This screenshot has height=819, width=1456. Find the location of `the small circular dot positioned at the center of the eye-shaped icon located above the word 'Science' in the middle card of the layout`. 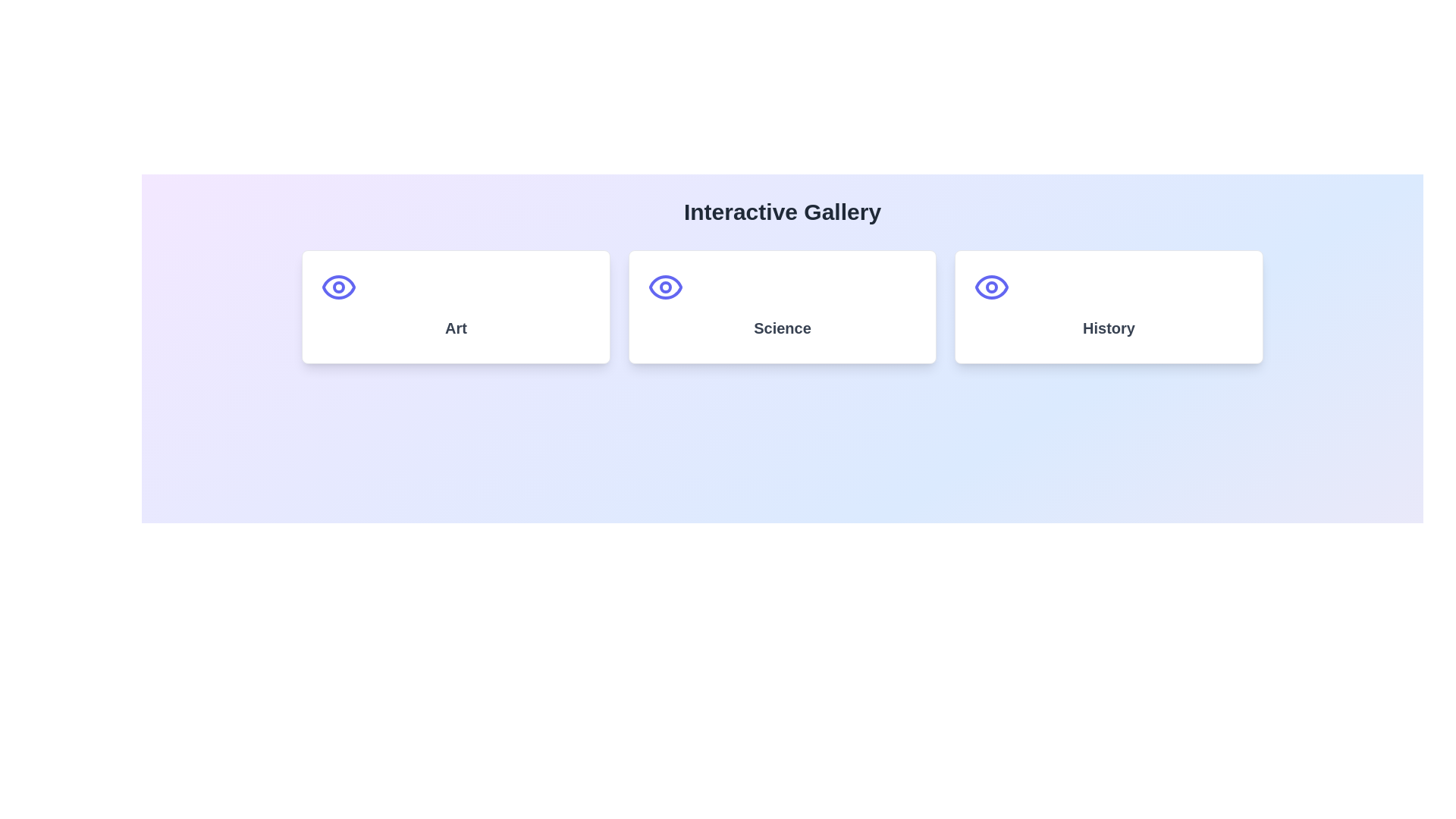

the small circular dot positioned at the center of the eye-shaped icon located above the word 'Science' in the middle card of the layout is located at coordinates (665, 287).